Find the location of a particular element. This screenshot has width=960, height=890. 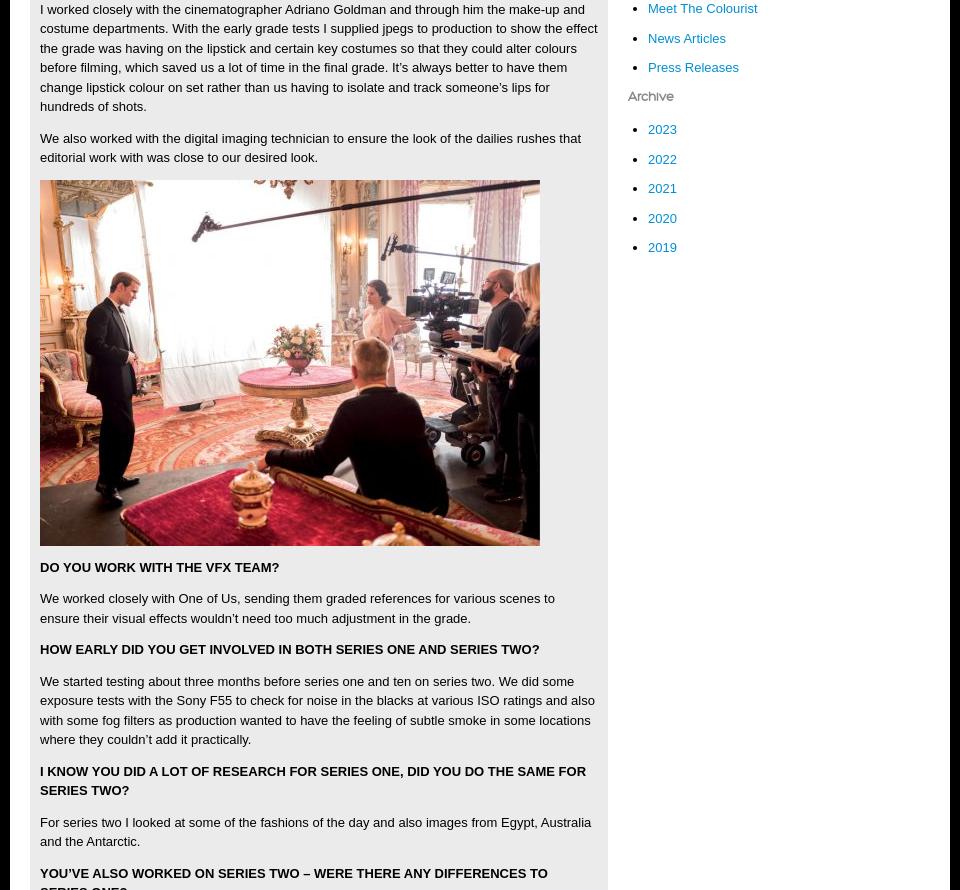

'I KNOW YOU DID A LOT OF RESEARCH FOR SERIES ONE, DID YOU DO THE SAME FOR SERIES TWO?' is located at coordinates (312, 780).